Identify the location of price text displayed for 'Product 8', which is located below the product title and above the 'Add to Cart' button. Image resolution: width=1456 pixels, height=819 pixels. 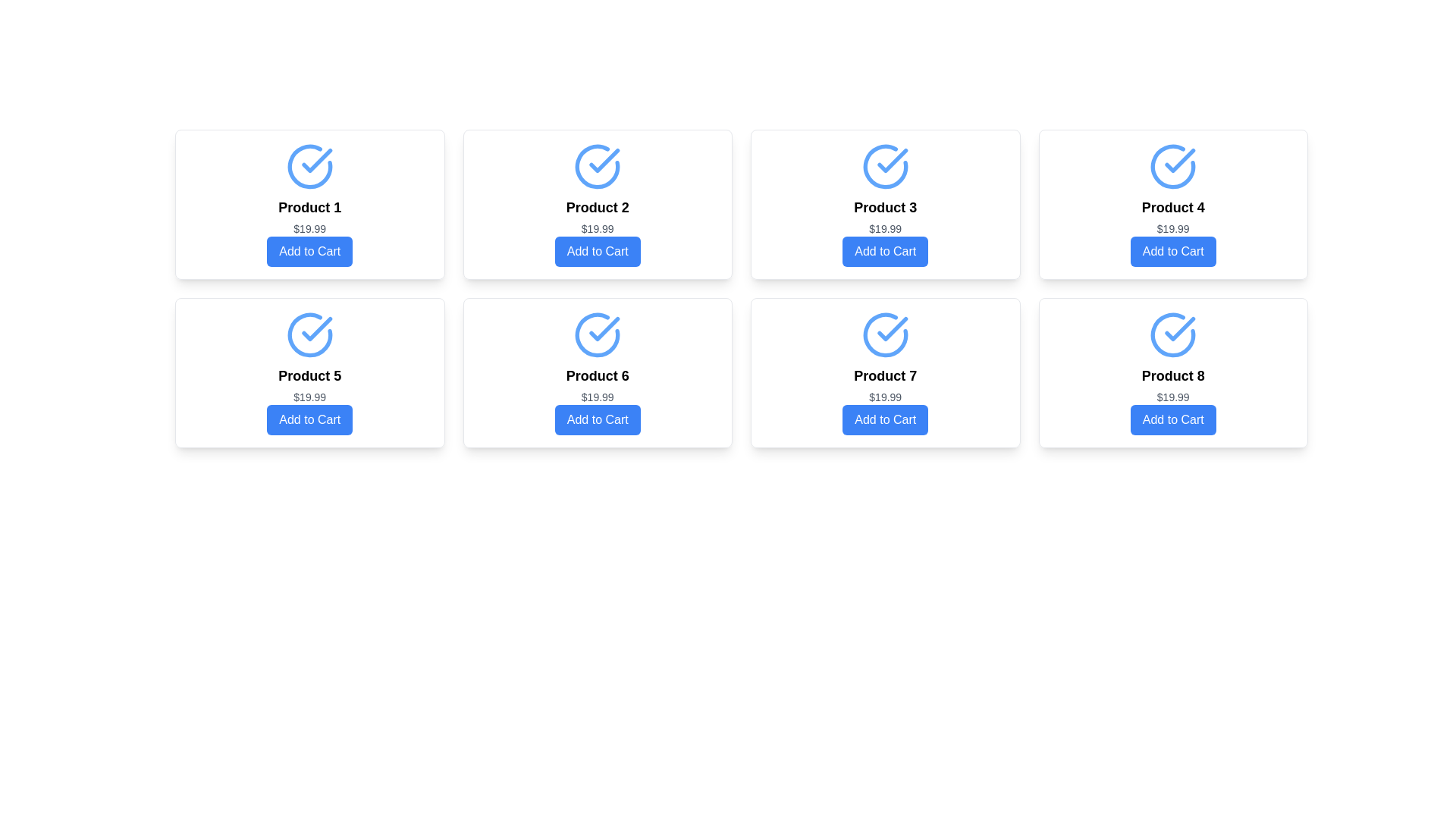
(1172, 397).